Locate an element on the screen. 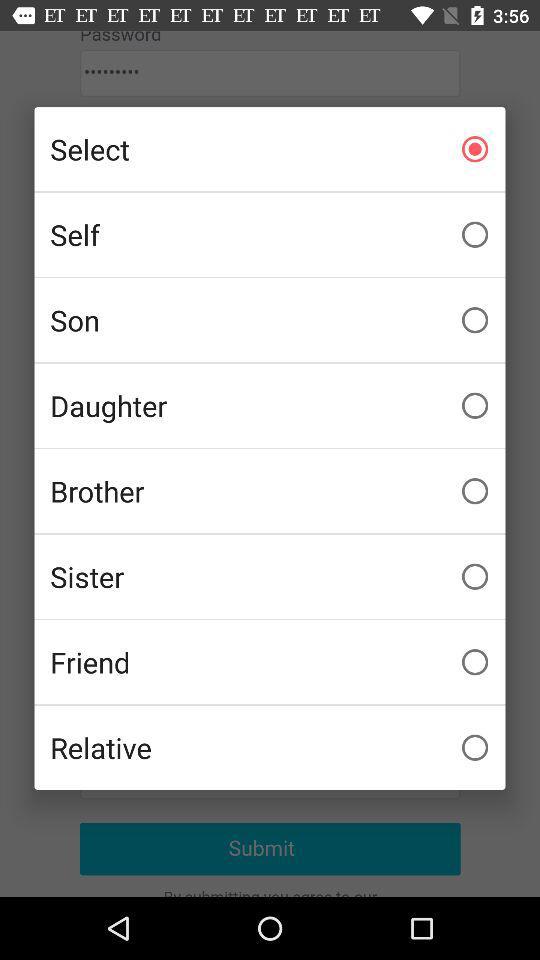 This screenshot has height=960, width=540. the friend checkbox is located at coordinates (270, 662).